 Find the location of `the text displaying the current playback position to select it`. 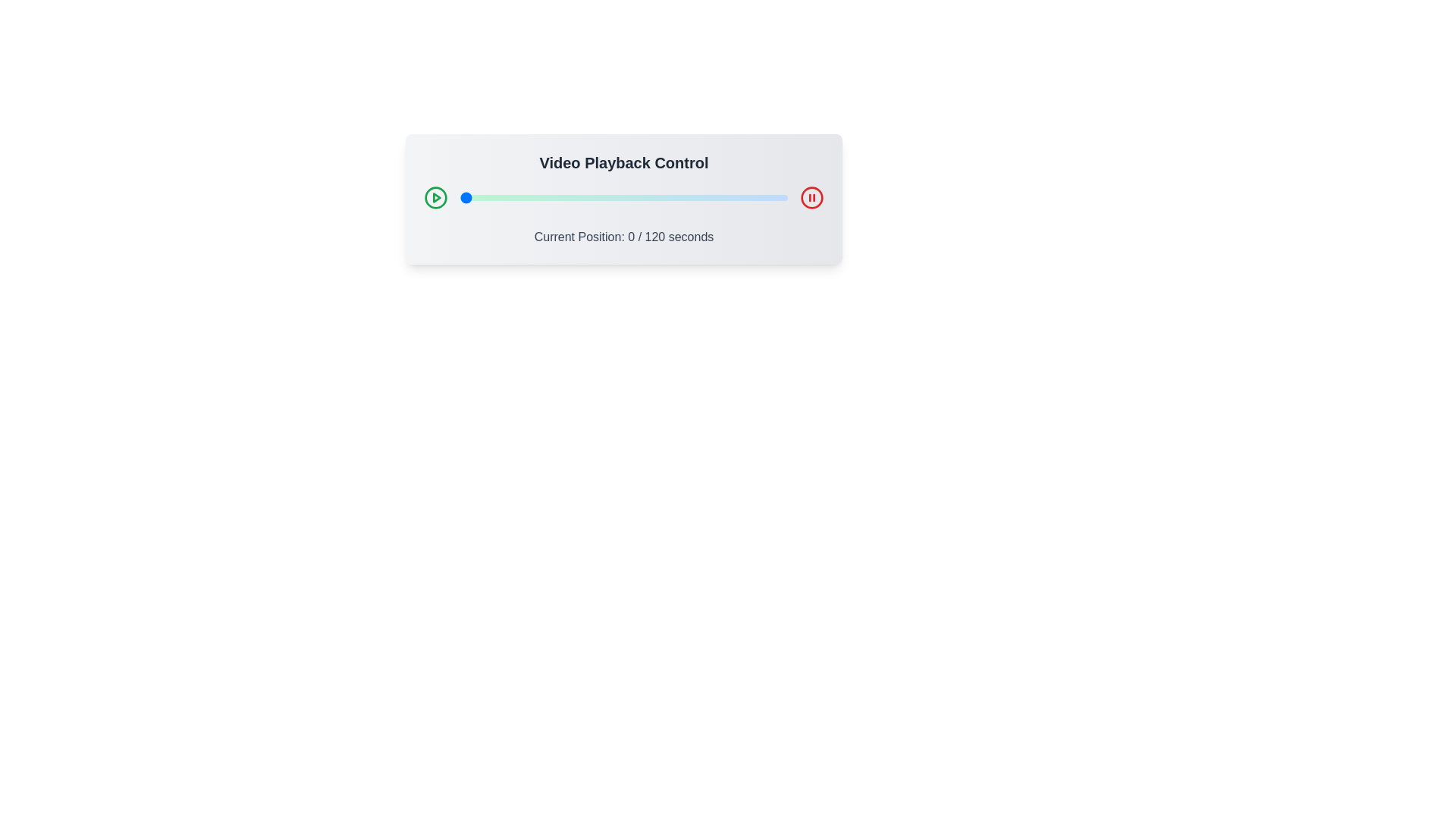

the text displaying the current playback position to select it is located at coordinates (623, 237).